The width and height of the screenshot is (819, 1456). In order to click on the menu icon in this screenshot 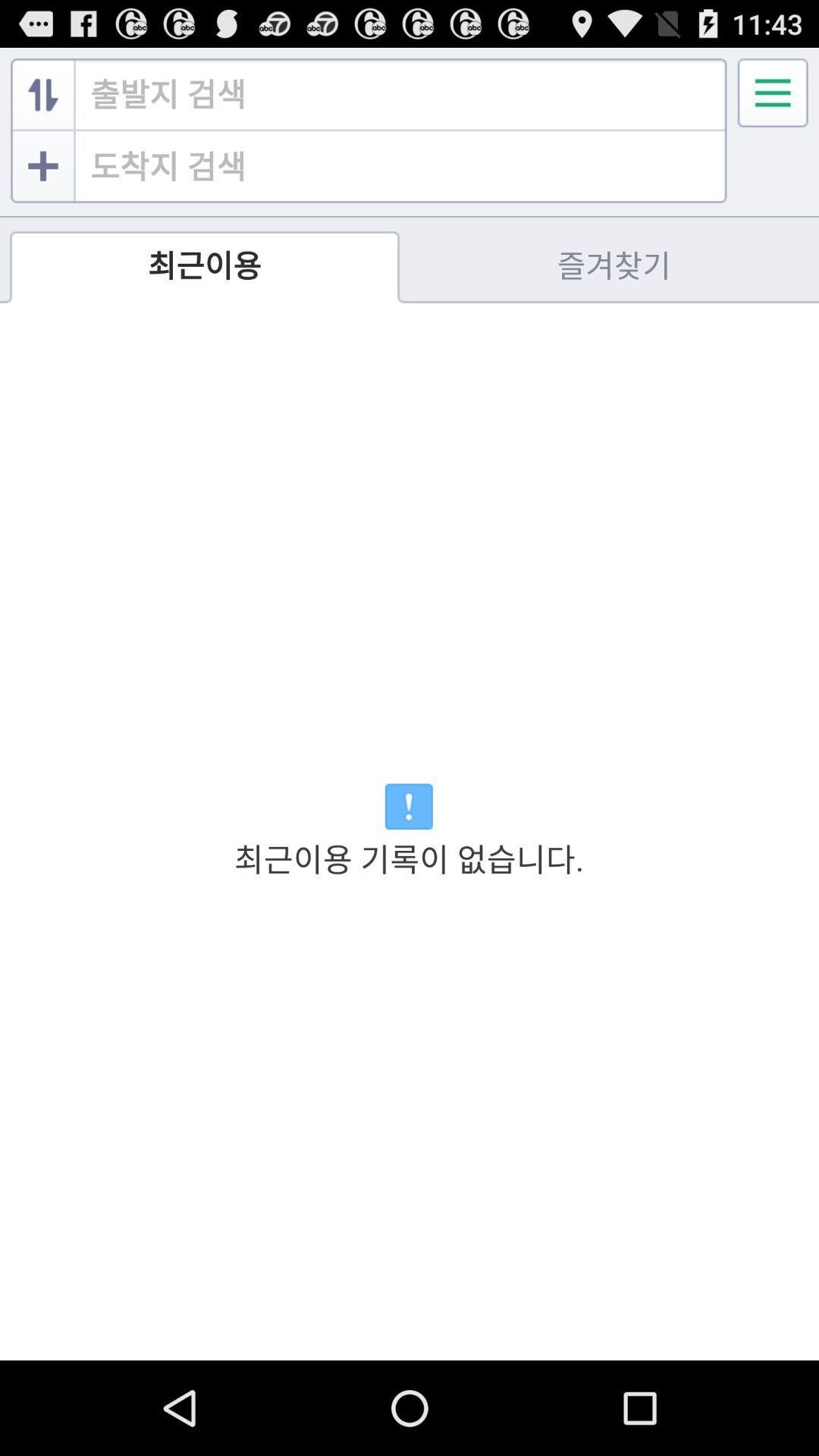, I will do `click(773, 99)`.